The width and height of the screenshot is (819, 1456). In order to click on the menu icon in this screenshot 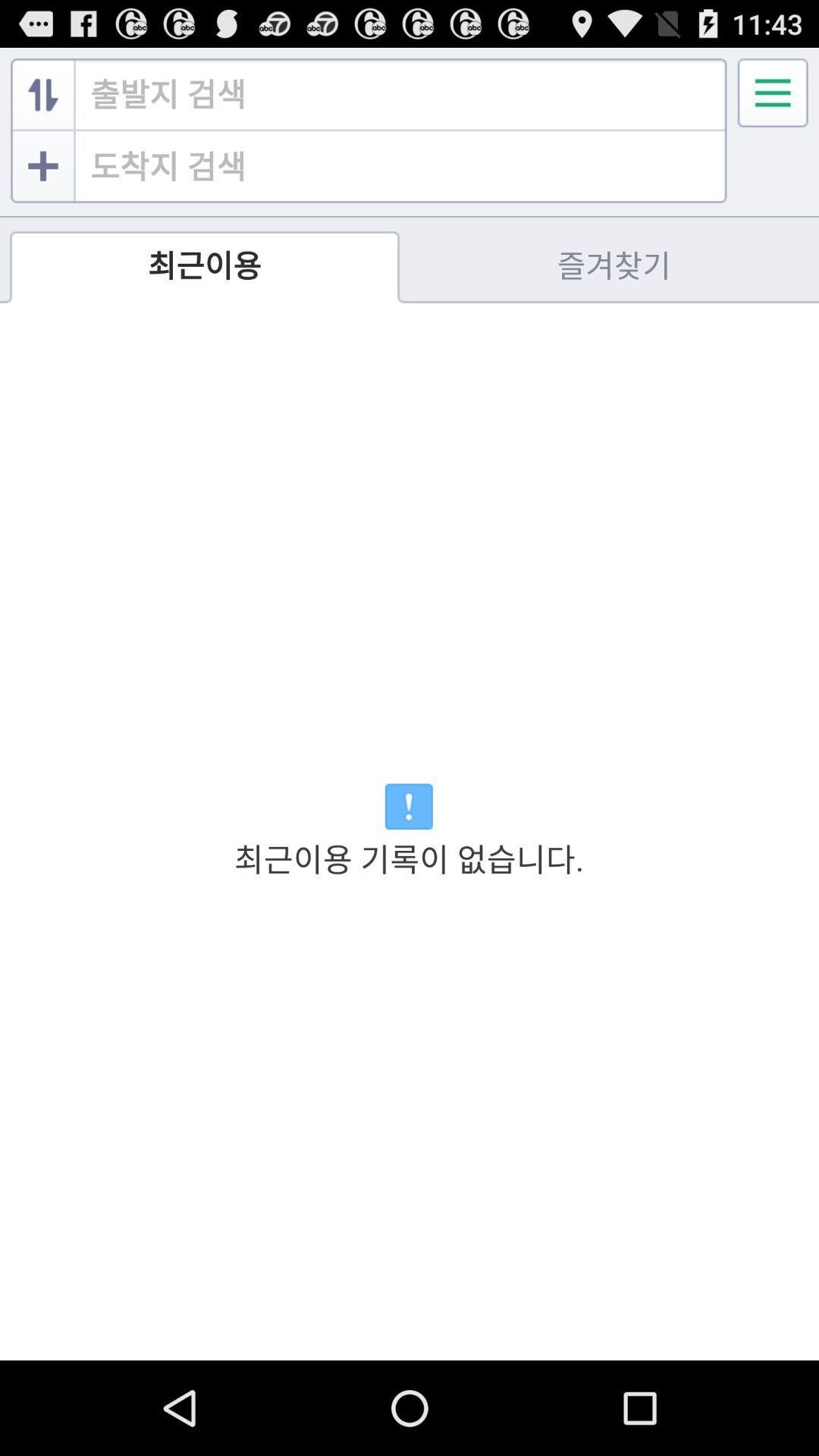, I will do `click(773, 99)`.